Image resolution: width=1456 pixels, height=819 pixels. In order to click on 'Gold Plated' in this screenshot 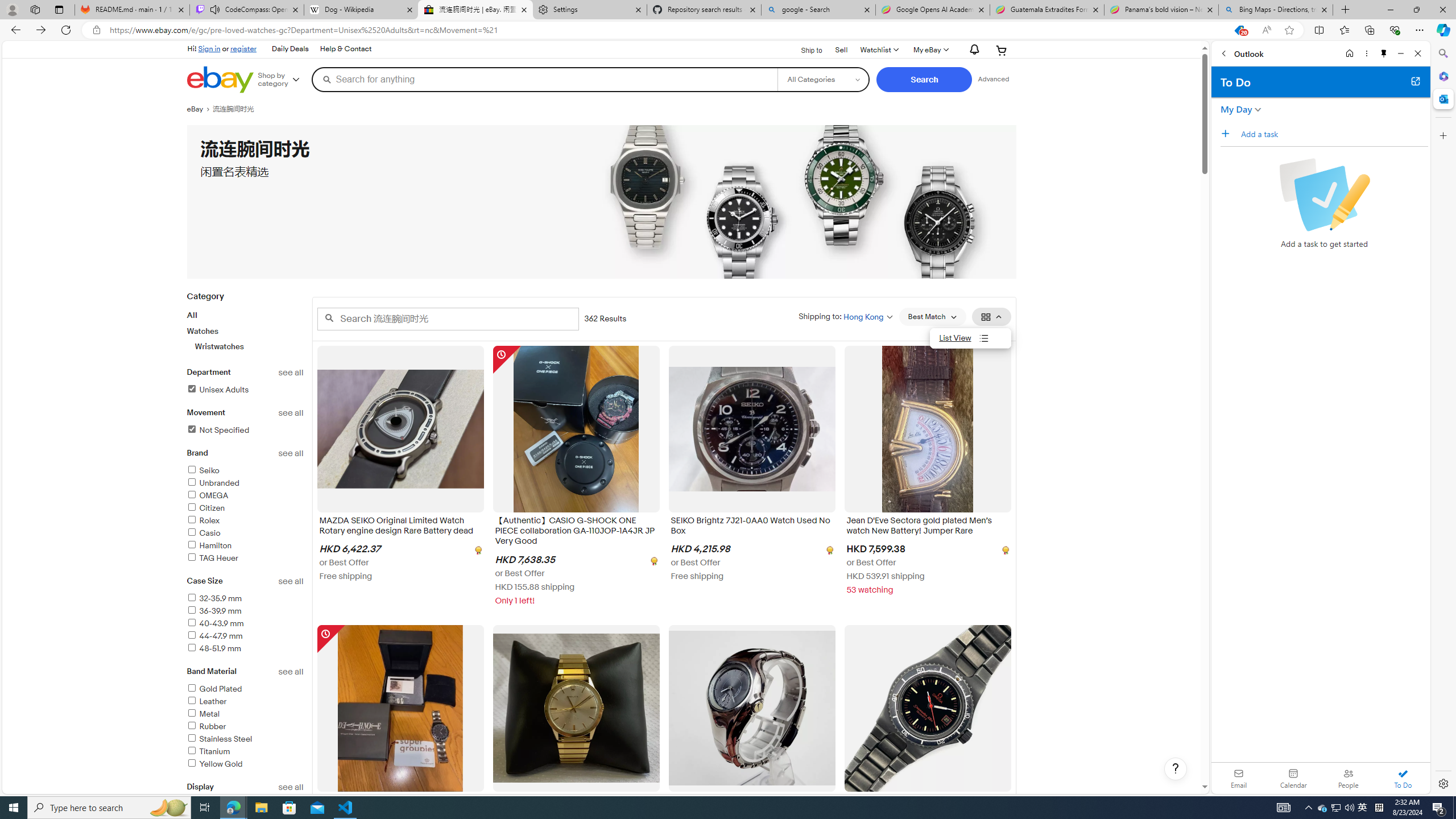, I will do `click(213, 688)`.